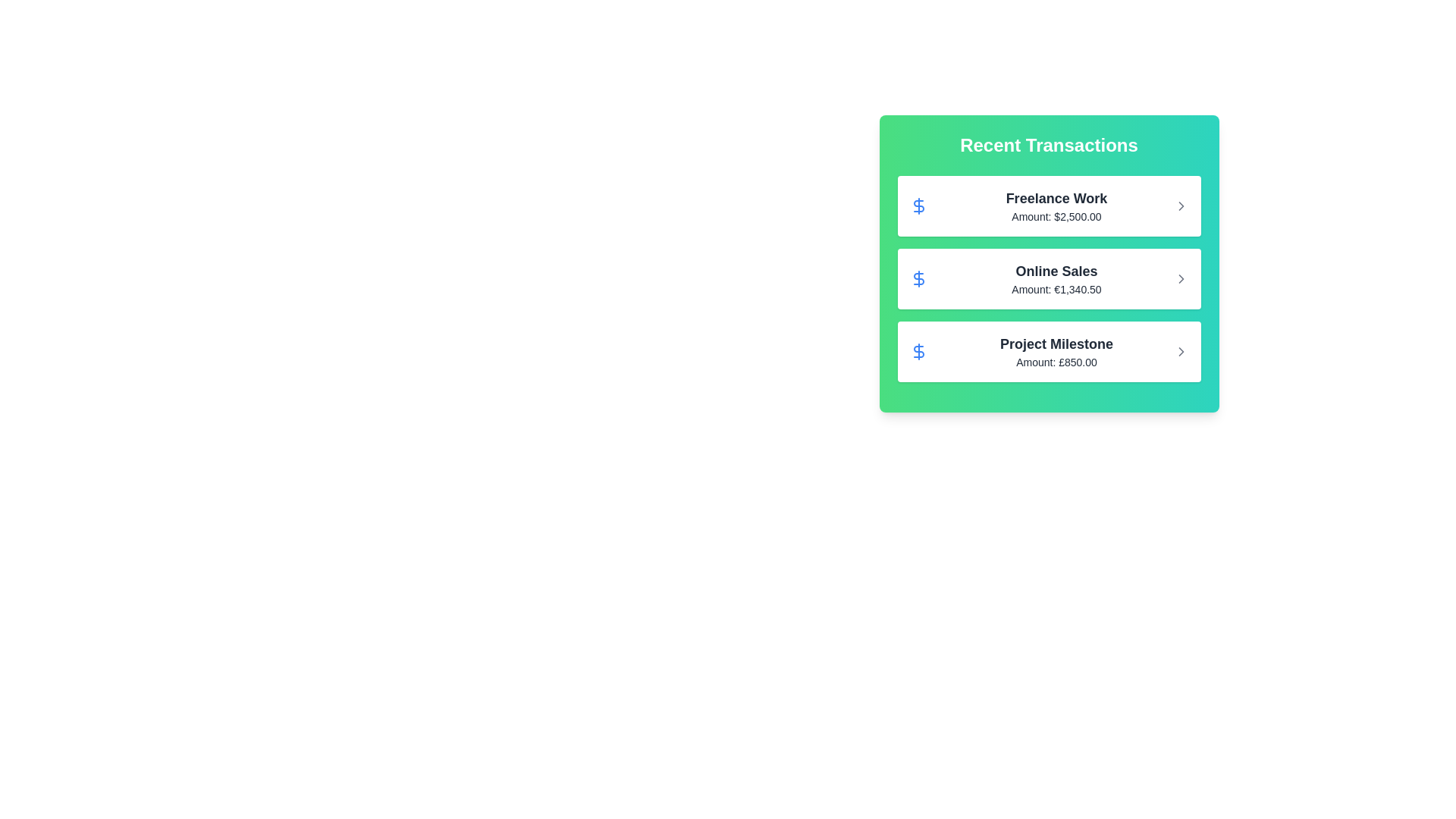 The width and height of the screenshot is (1456, 819). Describe the element at coordinates (1180, 206) in the screenshot. I see `the chevron icon in the 'Freelance Work' section` at that location.